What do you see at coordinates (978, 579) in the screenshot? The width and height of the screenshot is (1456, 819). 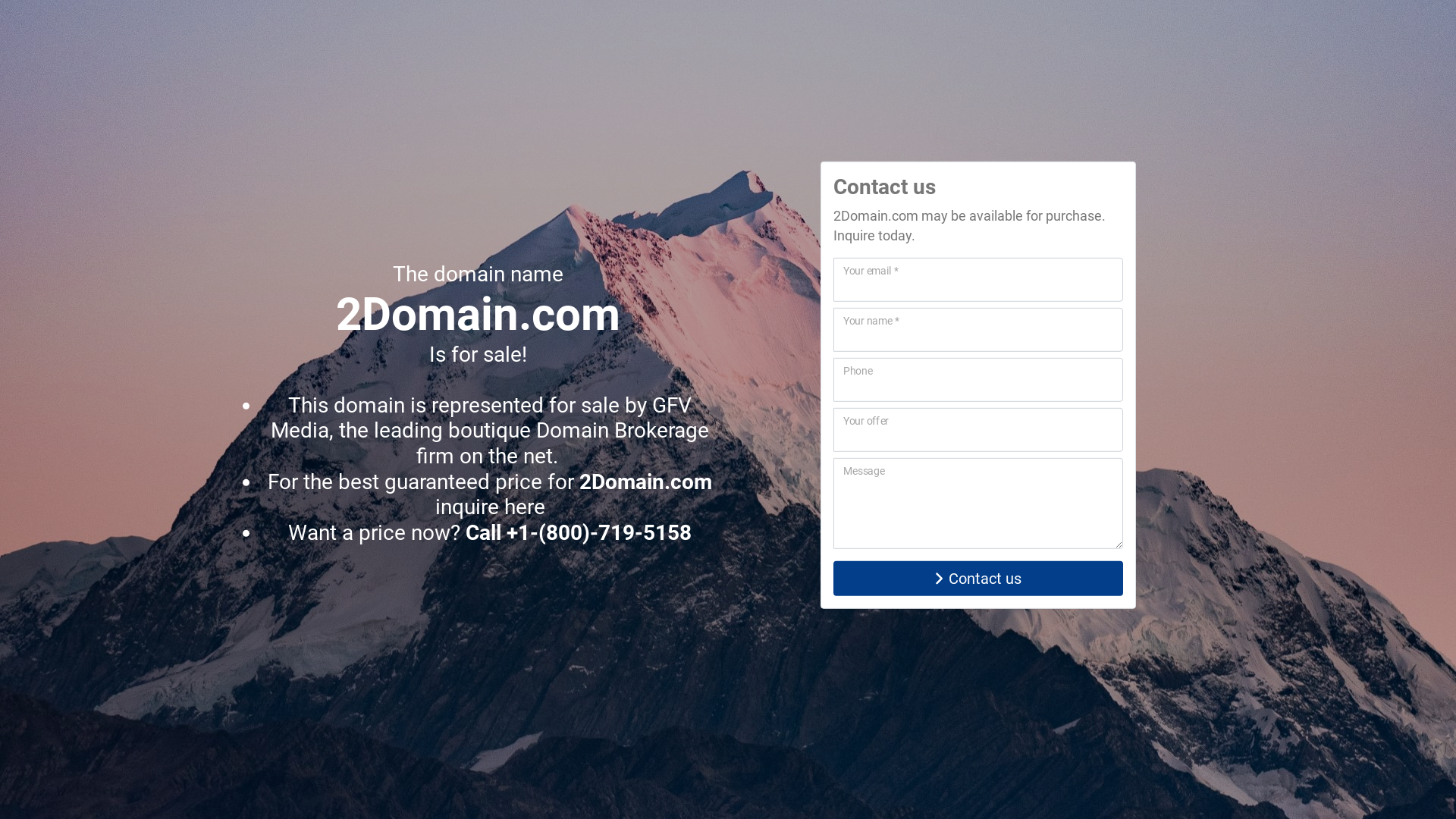 I see `'Contact us'` at bounding box center [978, 579].